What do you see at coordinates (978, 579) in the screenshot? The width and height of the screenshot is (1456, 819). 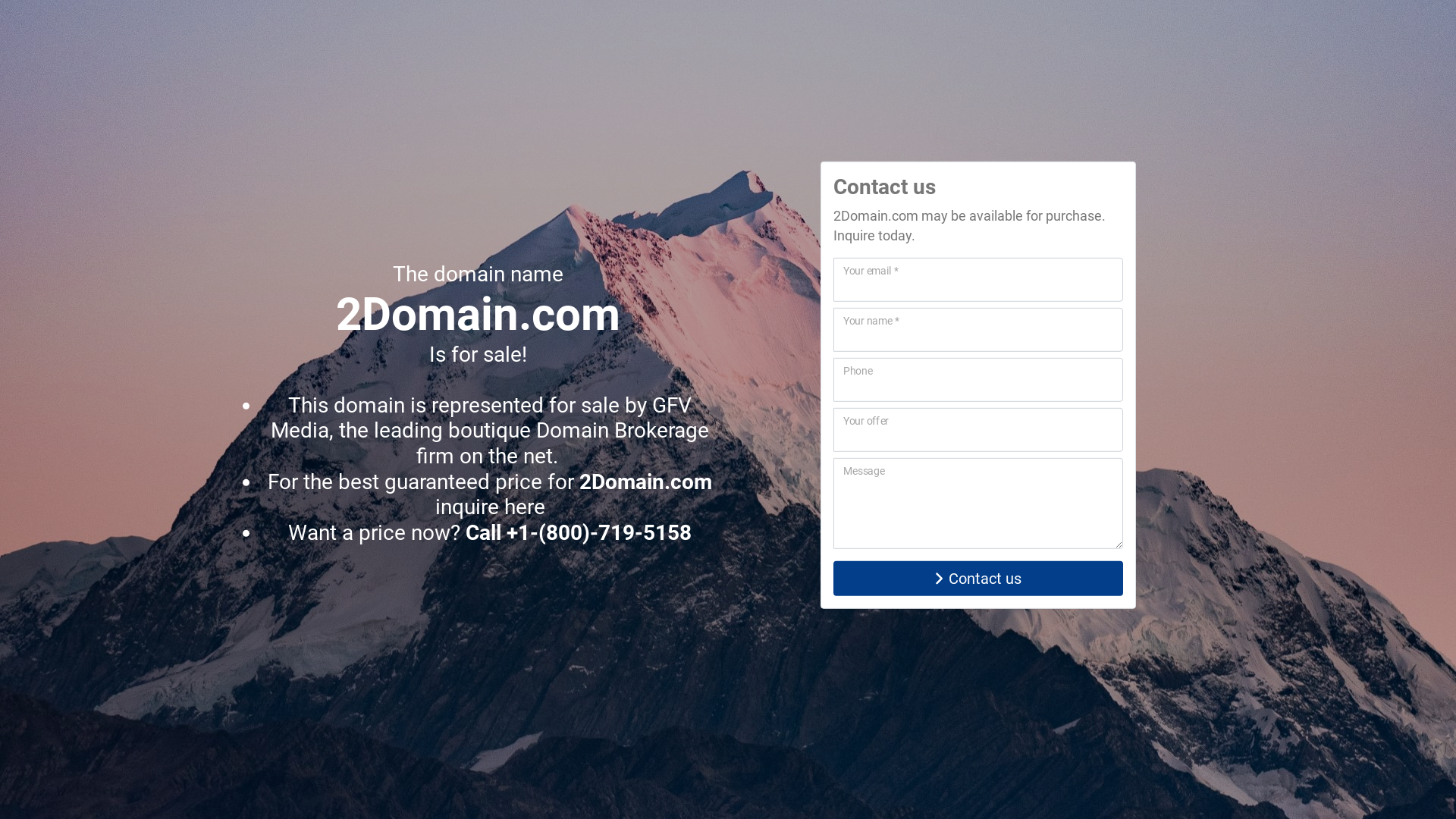 I see `'Contact us'` at bounding box center [978, 579].